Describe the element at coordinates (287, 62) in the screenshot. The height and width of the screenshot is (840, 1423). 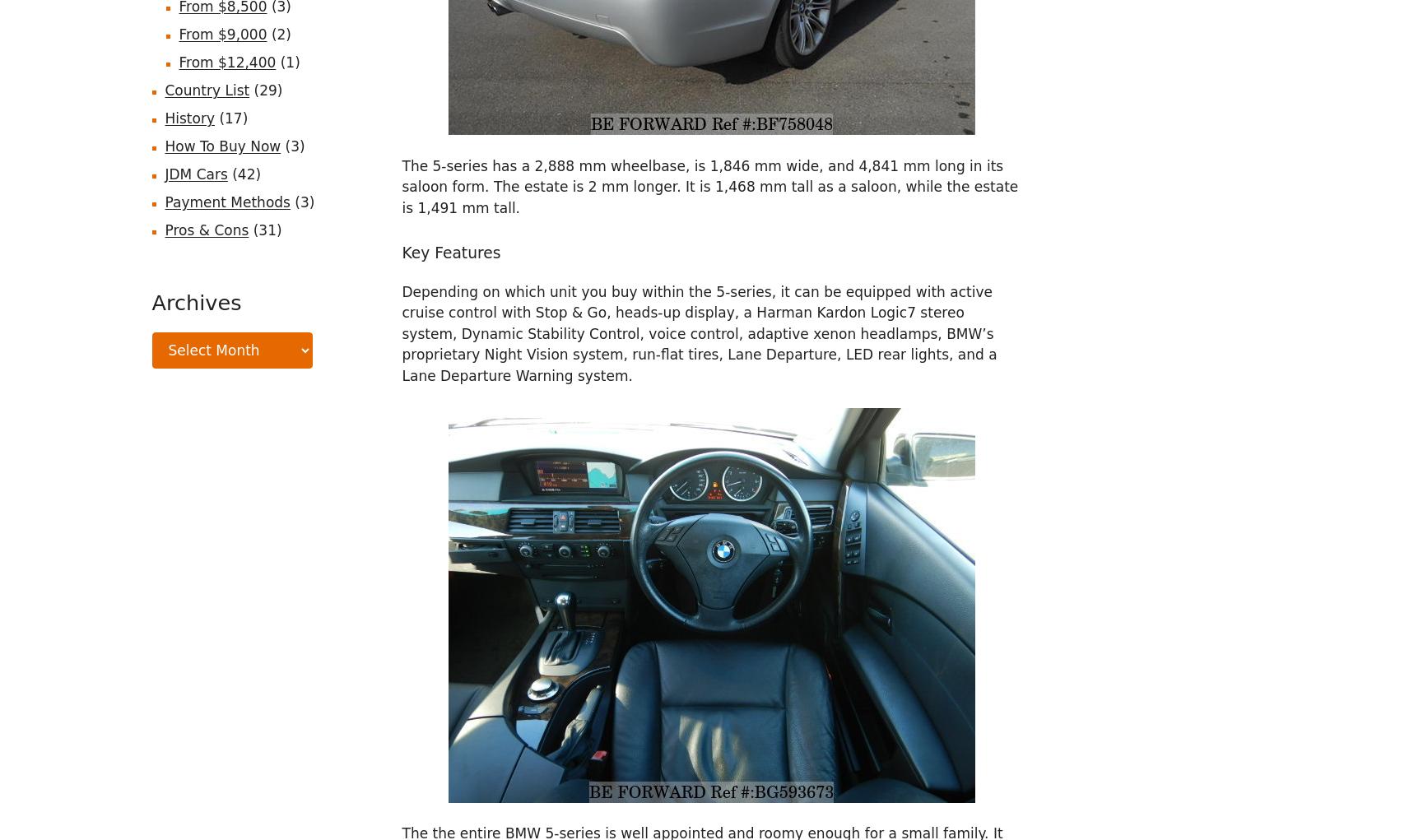
I see `'(1)'` at that location.